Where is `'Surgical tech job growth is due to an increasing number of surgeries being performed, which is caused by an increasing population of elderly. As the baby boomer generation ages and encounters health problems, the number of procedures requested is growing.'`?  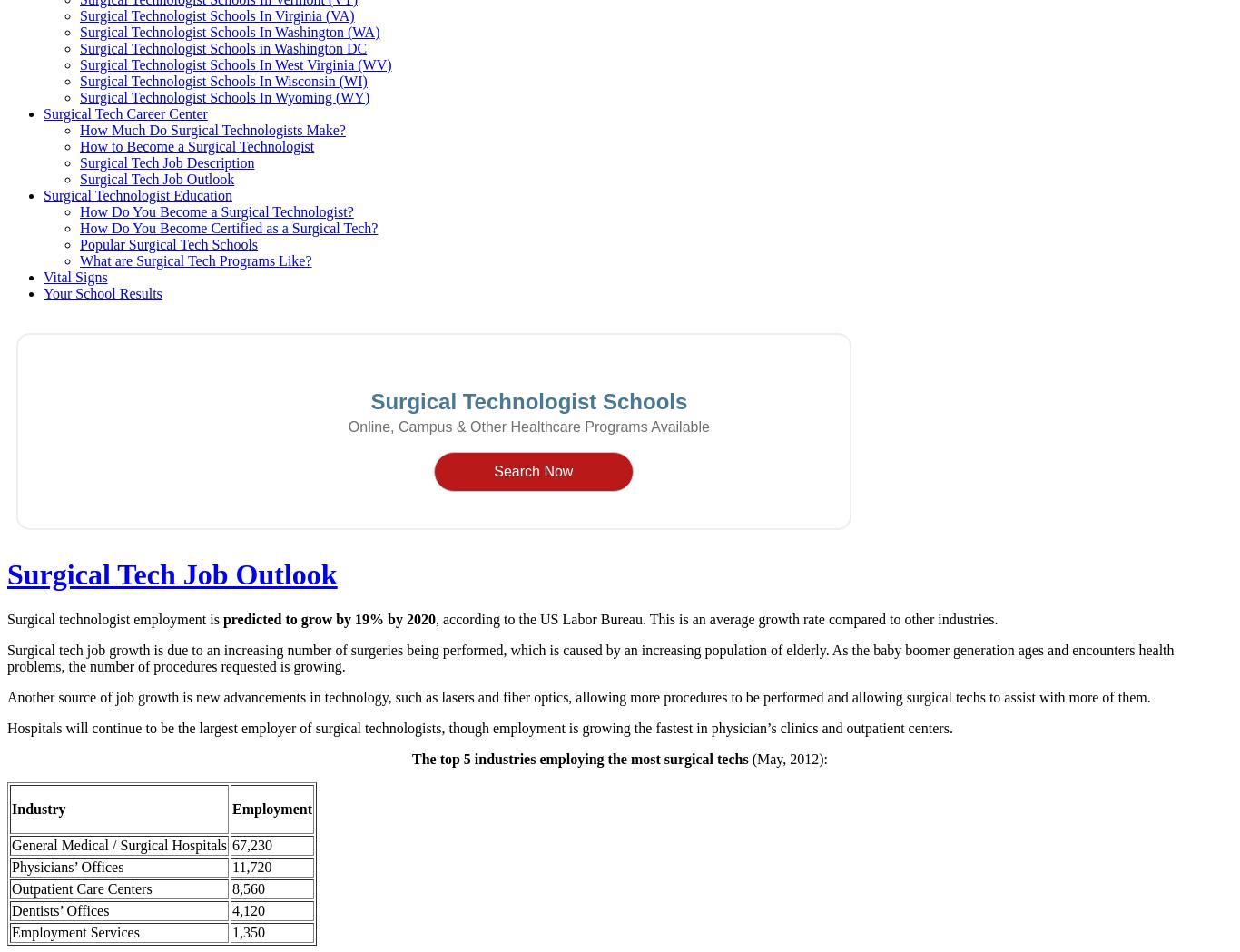
'Surgical tech job growth is due to an increasing number of surgeries being performed, which is caused by an increasing population of elderly. As the baby boomer generation ages and encounters health problems, the number of procedures requested is growing.' is located at coordinates (589, 657).